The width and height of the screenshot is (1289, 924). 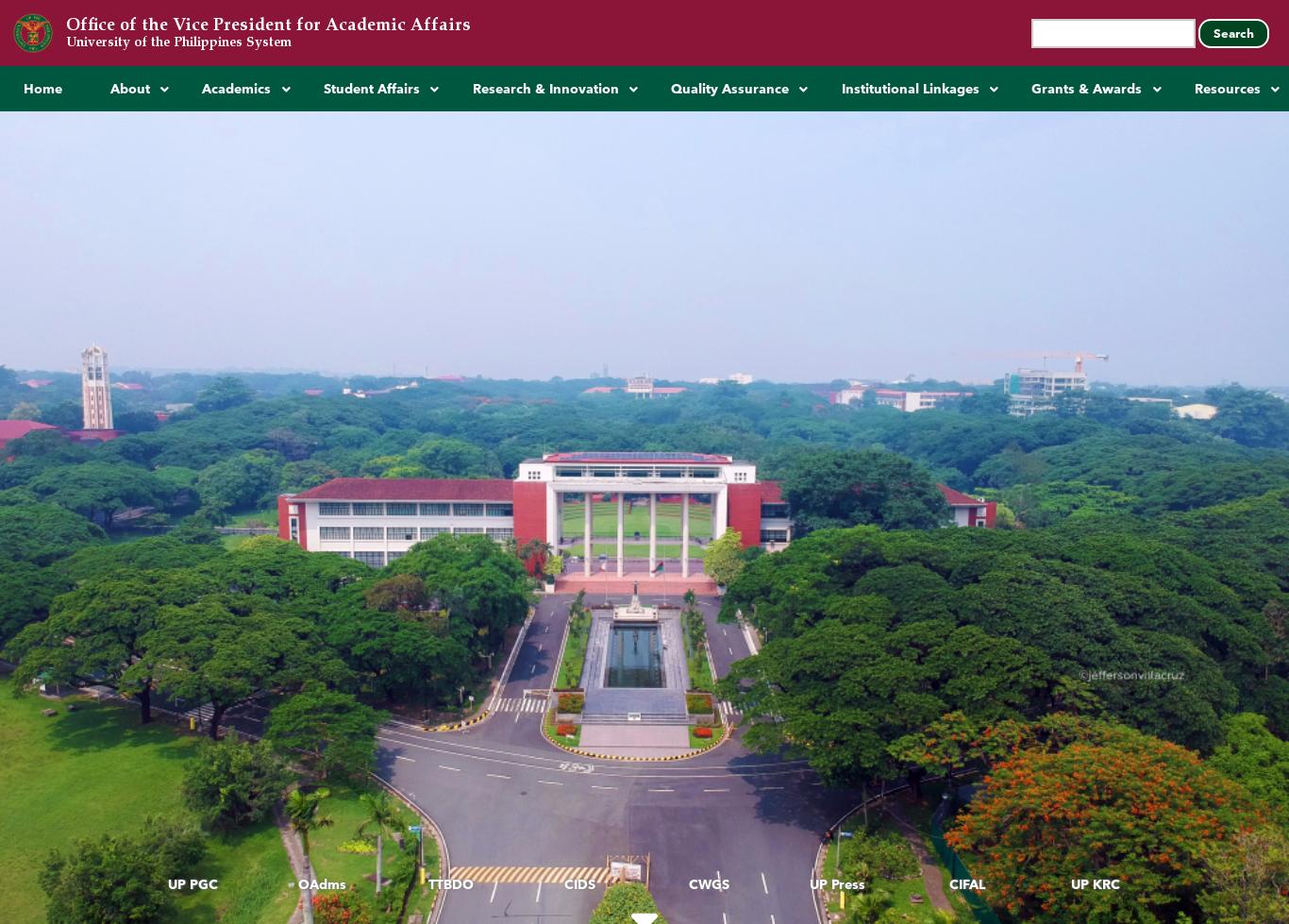 I want to click on 'Curriculum', so click(x=234, y=271).